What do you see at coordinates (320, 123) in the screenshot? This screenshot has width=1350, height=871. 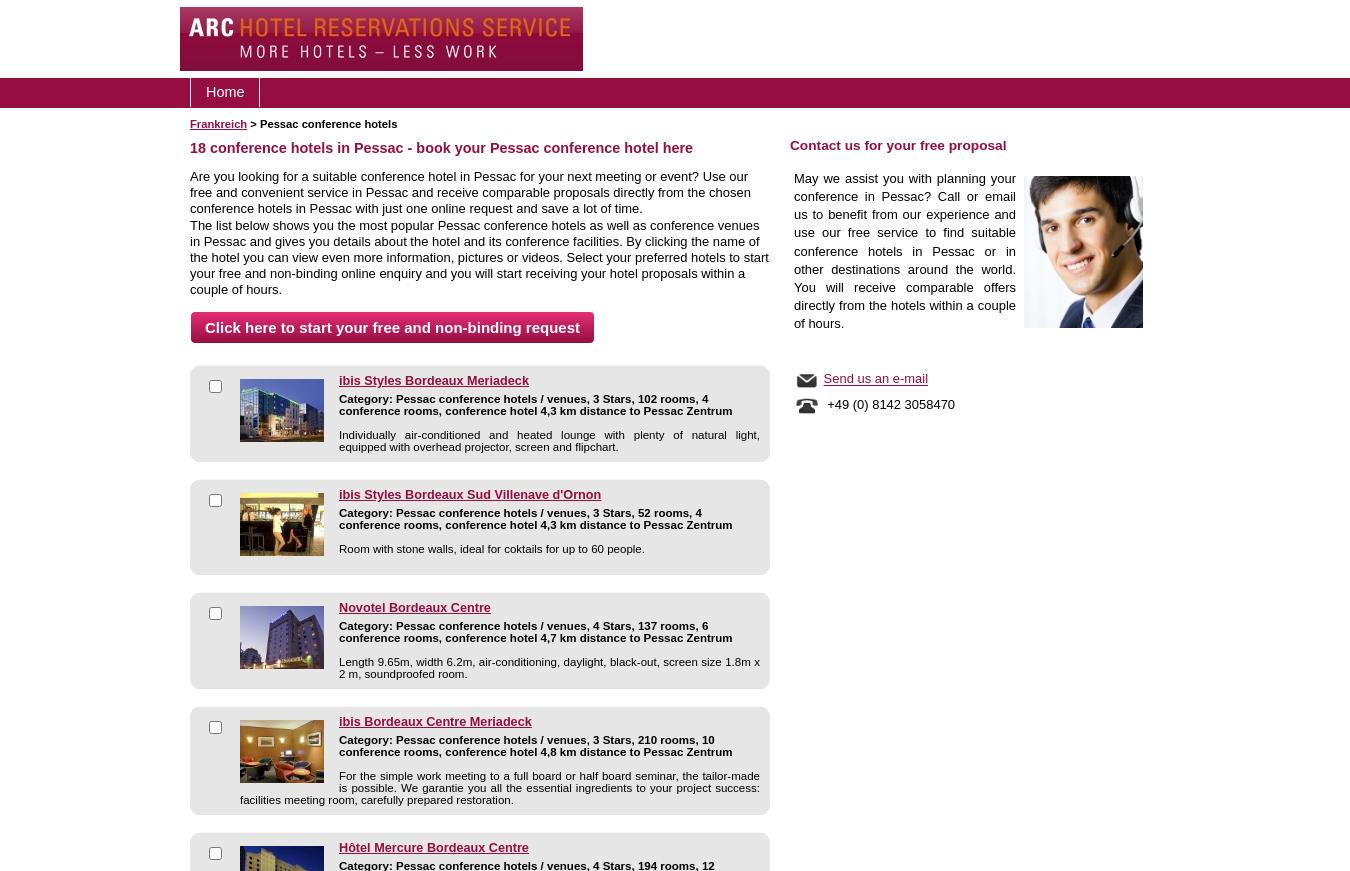 I see `'> Pessac conference hotels'` at bounding box center [320, 123].